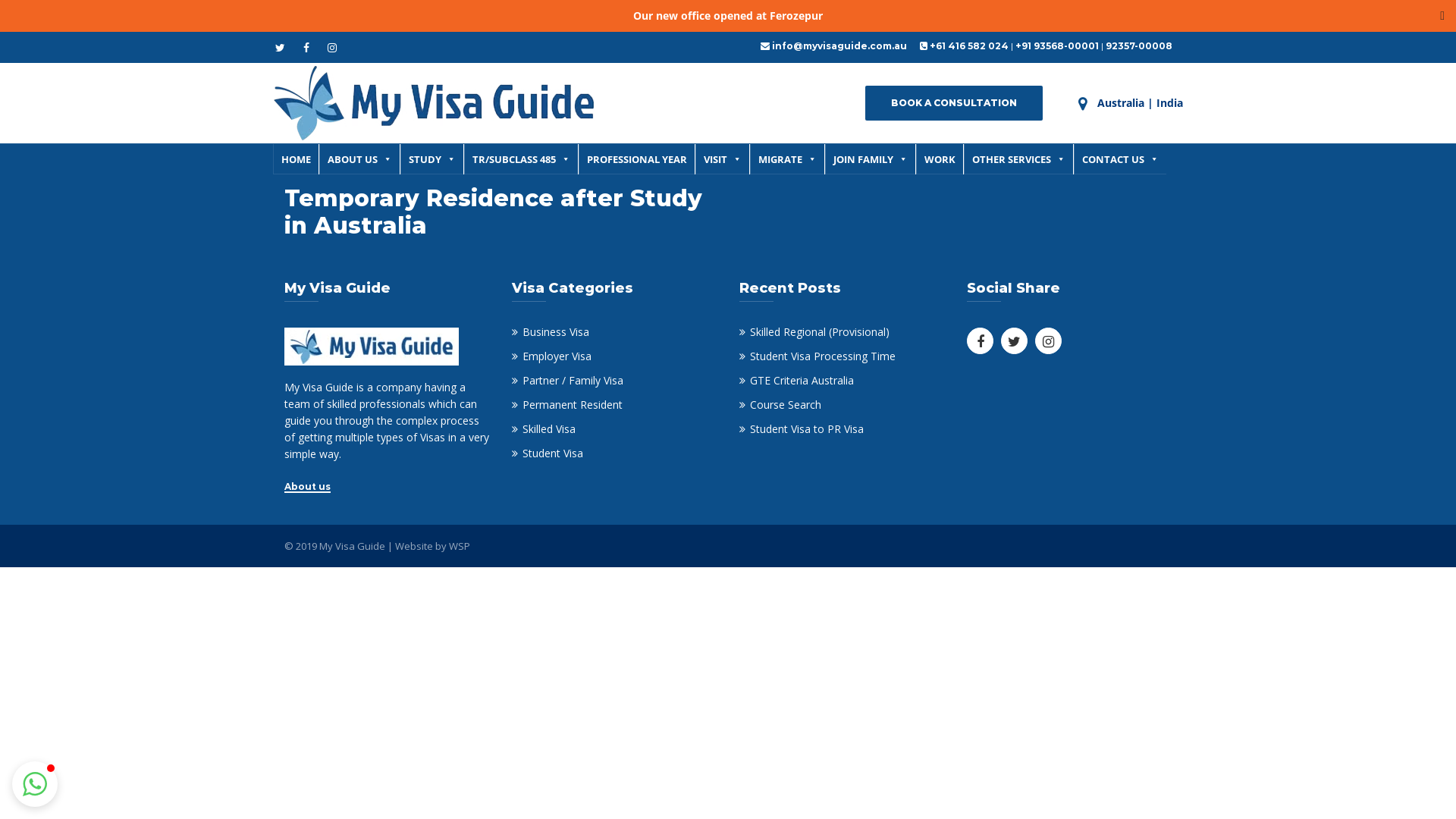  Describe the element at coordinates (1018, 158) in the screenshot. I see `'OTHER SERVICES'` at that location.